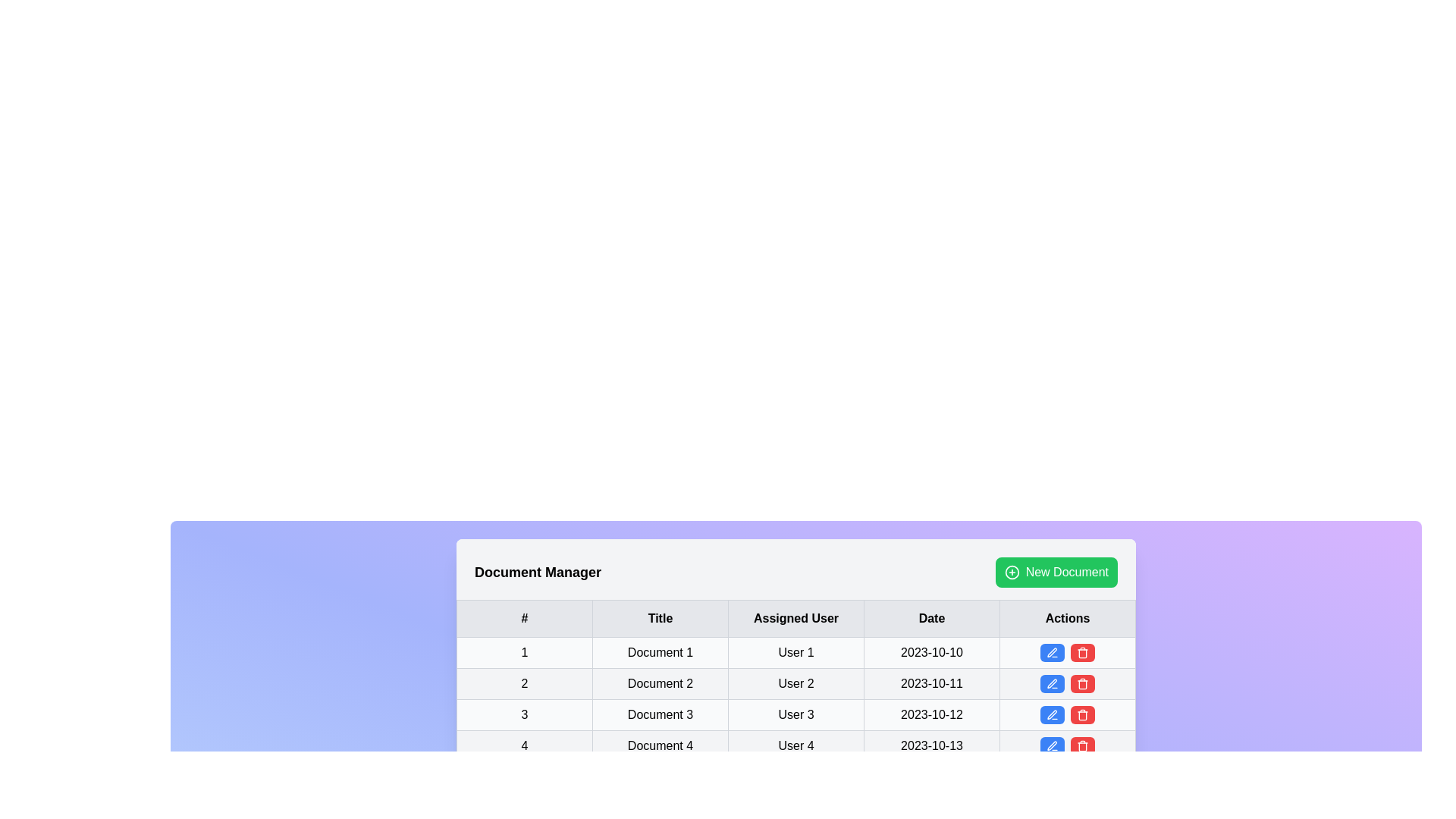 The width and height of the screenshot is (1456, 819). I want to click on the interactive button group in the 'Actions' column of the fourth row, so click(1066, 684).